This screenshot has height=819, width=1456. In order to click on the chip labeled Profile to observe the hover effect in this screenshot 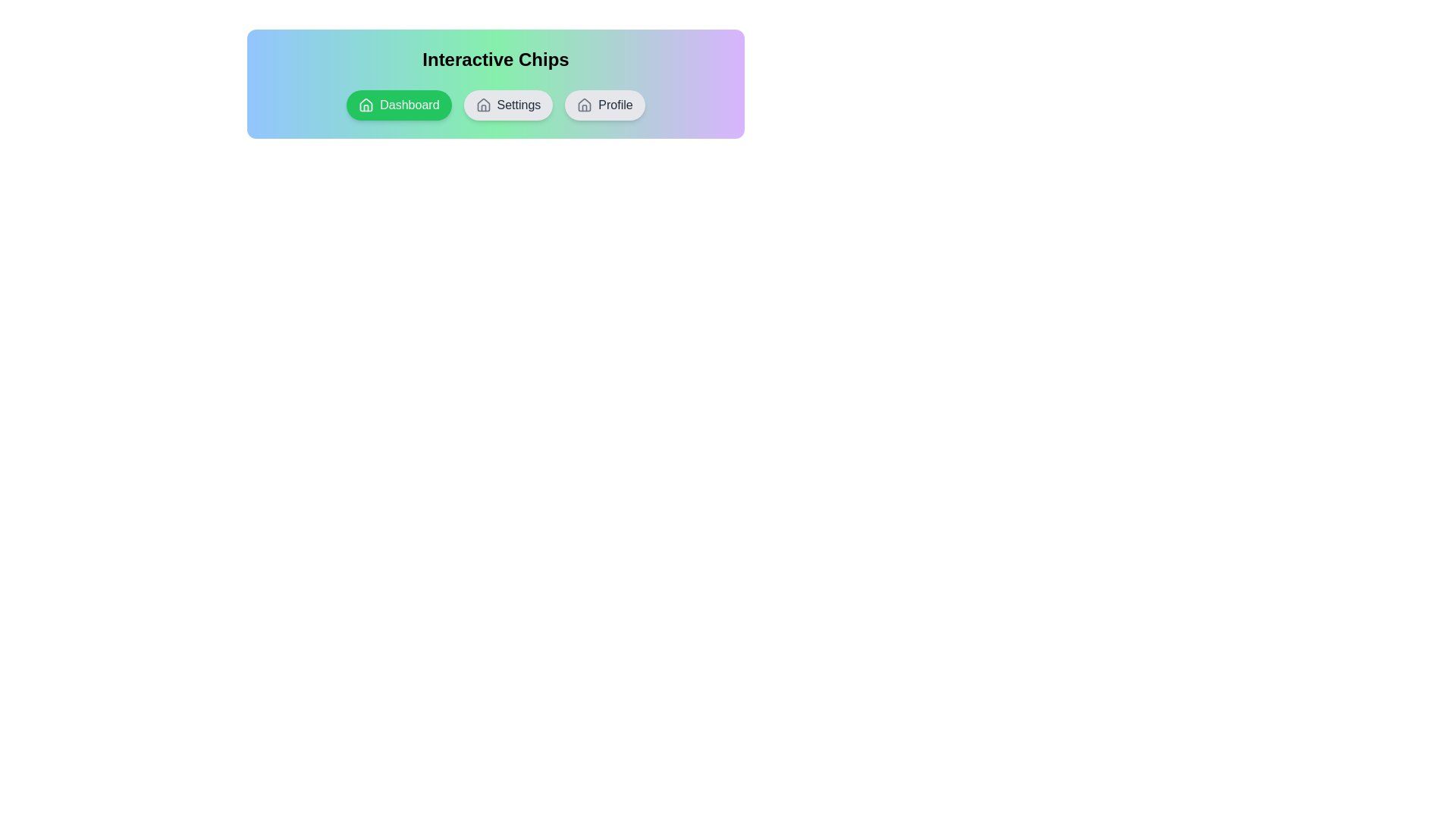, I will do `click(604, 104)`.